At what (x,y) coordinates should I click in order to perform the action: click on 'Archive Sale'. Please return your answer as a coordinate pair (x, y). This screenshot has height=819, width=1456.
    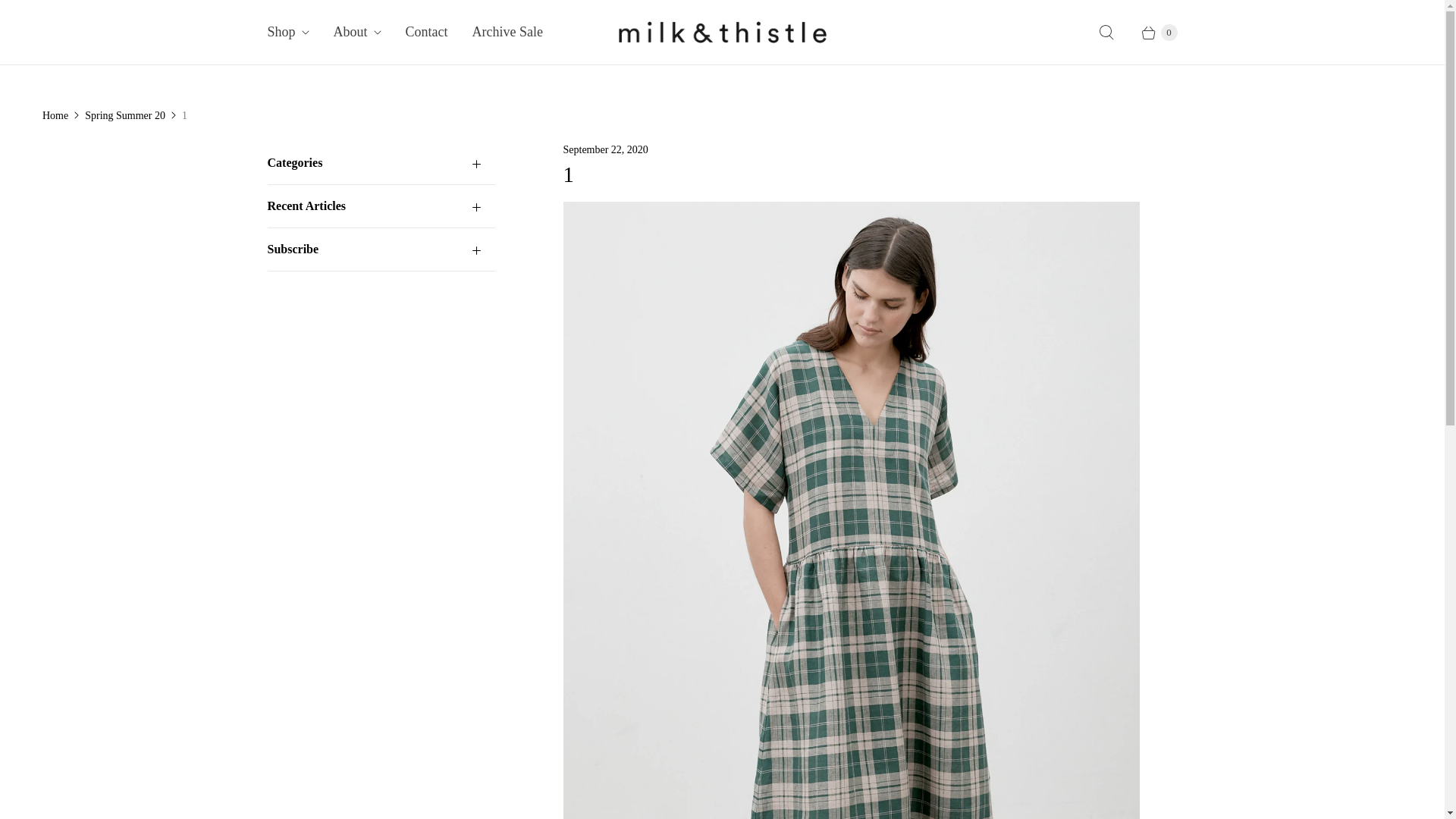
    Looking at the image, I should click on (507, 32).